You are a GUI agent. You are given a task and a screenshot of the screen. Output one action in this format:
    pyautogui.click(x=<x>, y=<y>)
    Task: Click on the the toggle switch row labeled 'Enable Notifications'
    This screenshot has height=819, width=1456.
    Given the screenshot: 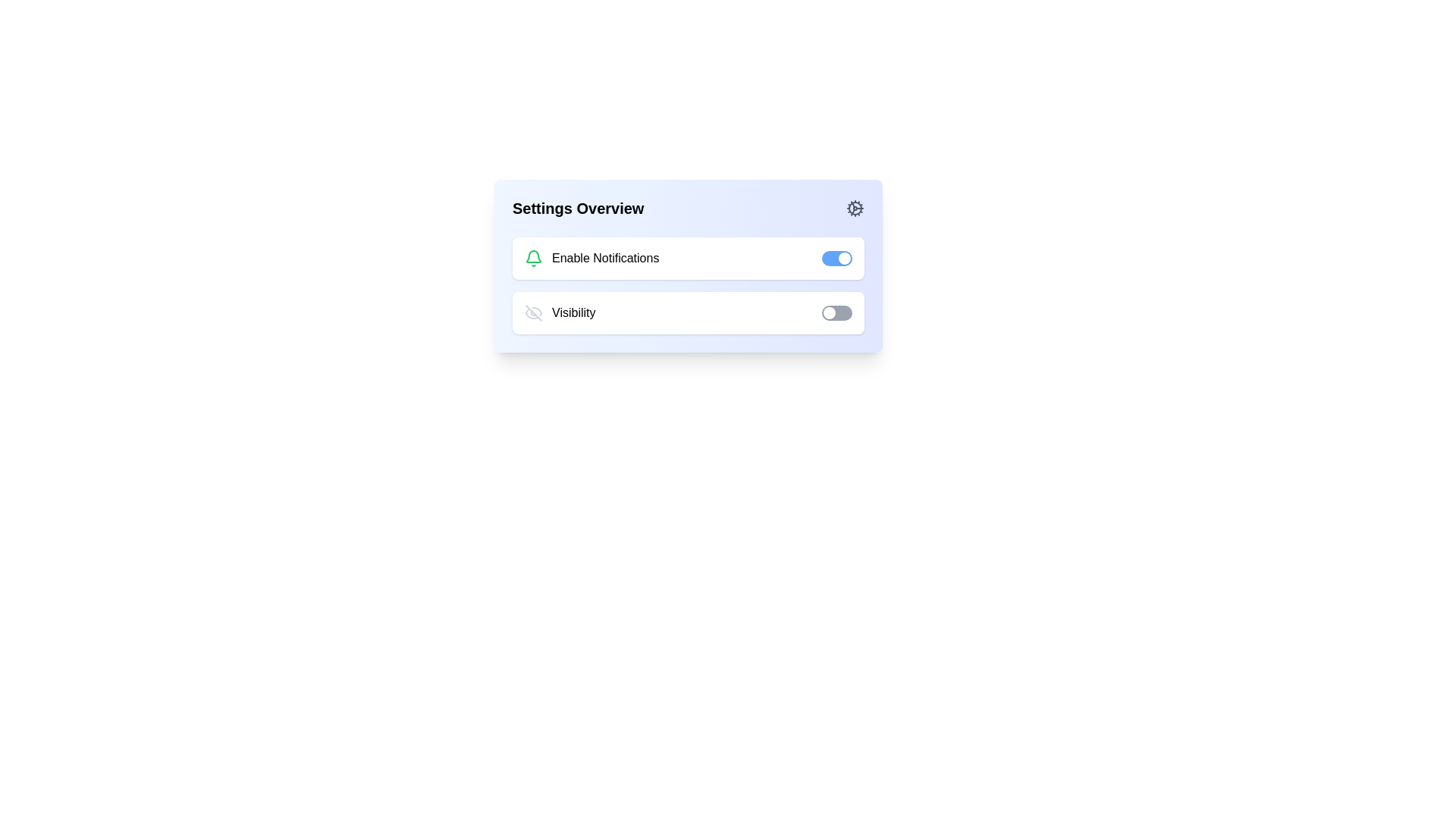 What is the action you would take?
    pyautogui.click(x=687, y=257)
    